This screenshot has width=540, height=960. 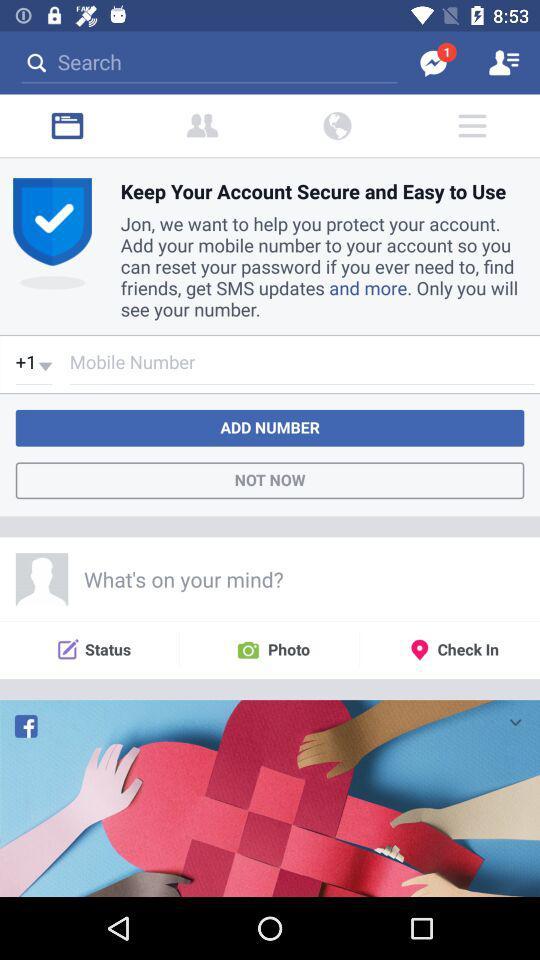 I want to click on the button which is below add number, so click(x=270, y=480).